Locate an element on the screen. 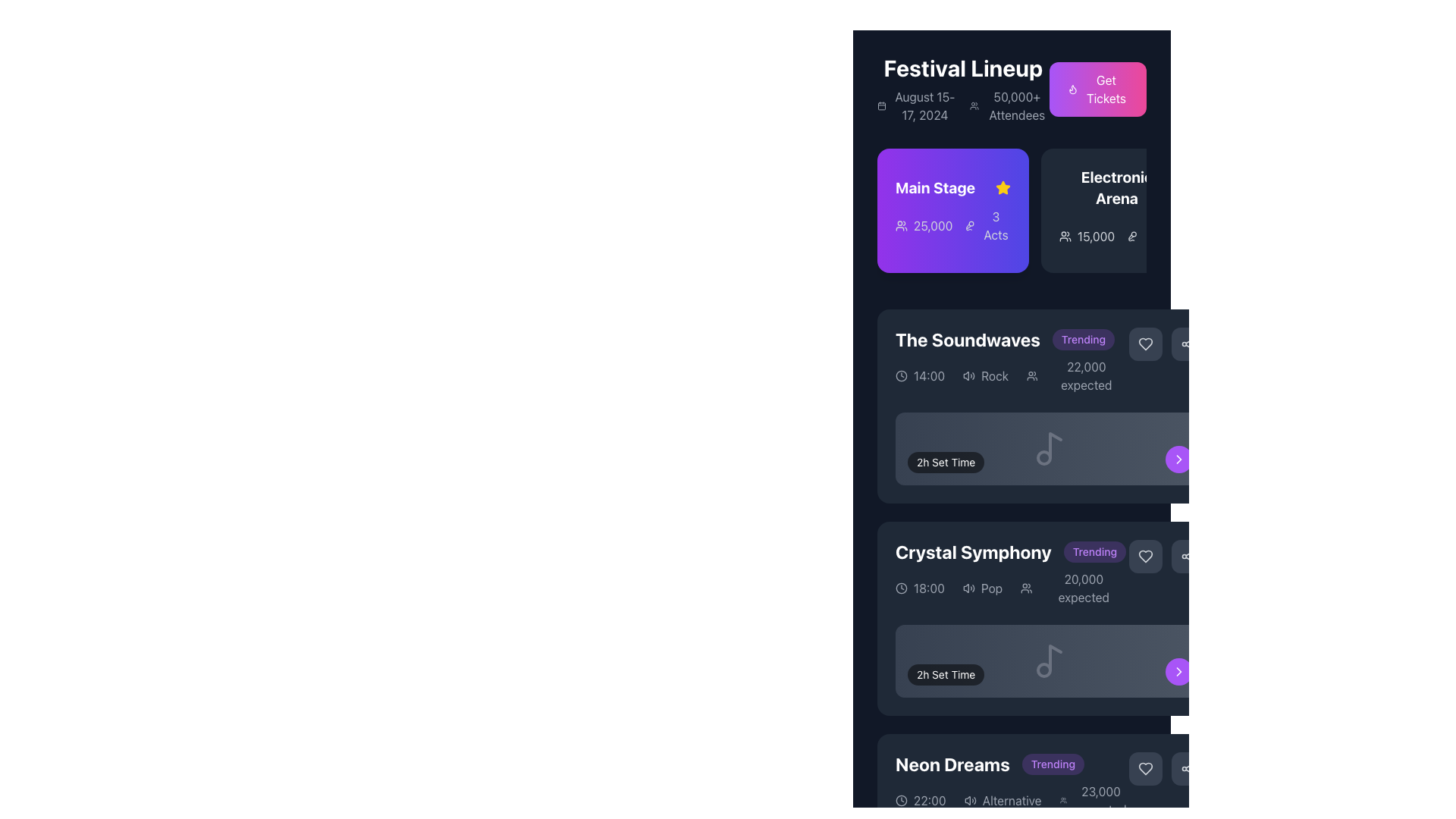 The width and height of the screenshot is (1456, 819). the text label displaying the word 'Rock', which is in white font on a dark background, located in the middle-right section under 'The Soundwaves' section is located at coordinates (995, 375).